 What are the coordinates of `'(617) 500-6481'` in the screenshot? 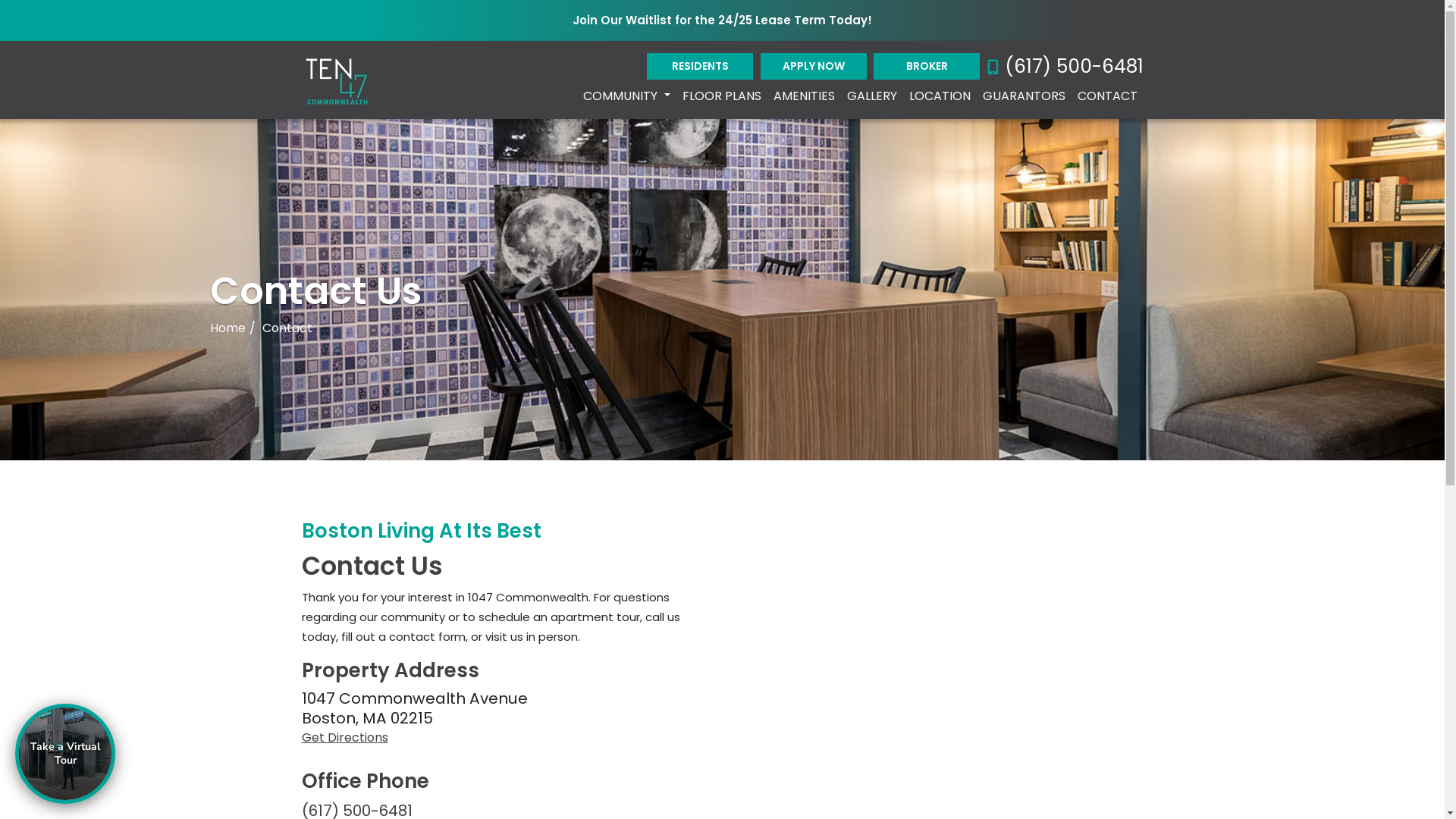 It's located at (1065, 66).